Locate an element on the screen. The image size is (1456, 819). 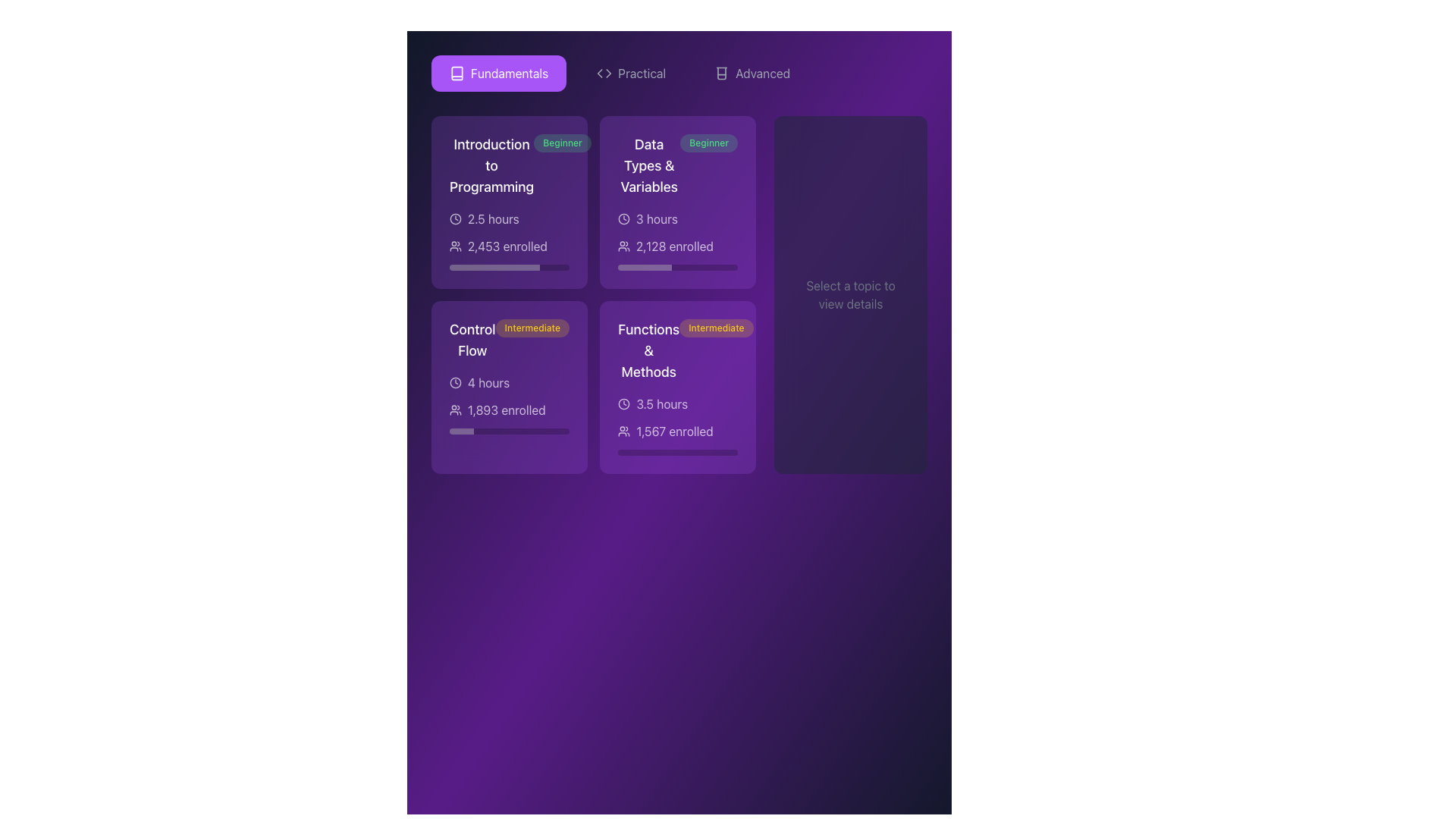
badge-like label with the text 'Intermediate' in yellow, located within the 'Control Flow' card, by clicking on its center is located at coordinates (532, 327).